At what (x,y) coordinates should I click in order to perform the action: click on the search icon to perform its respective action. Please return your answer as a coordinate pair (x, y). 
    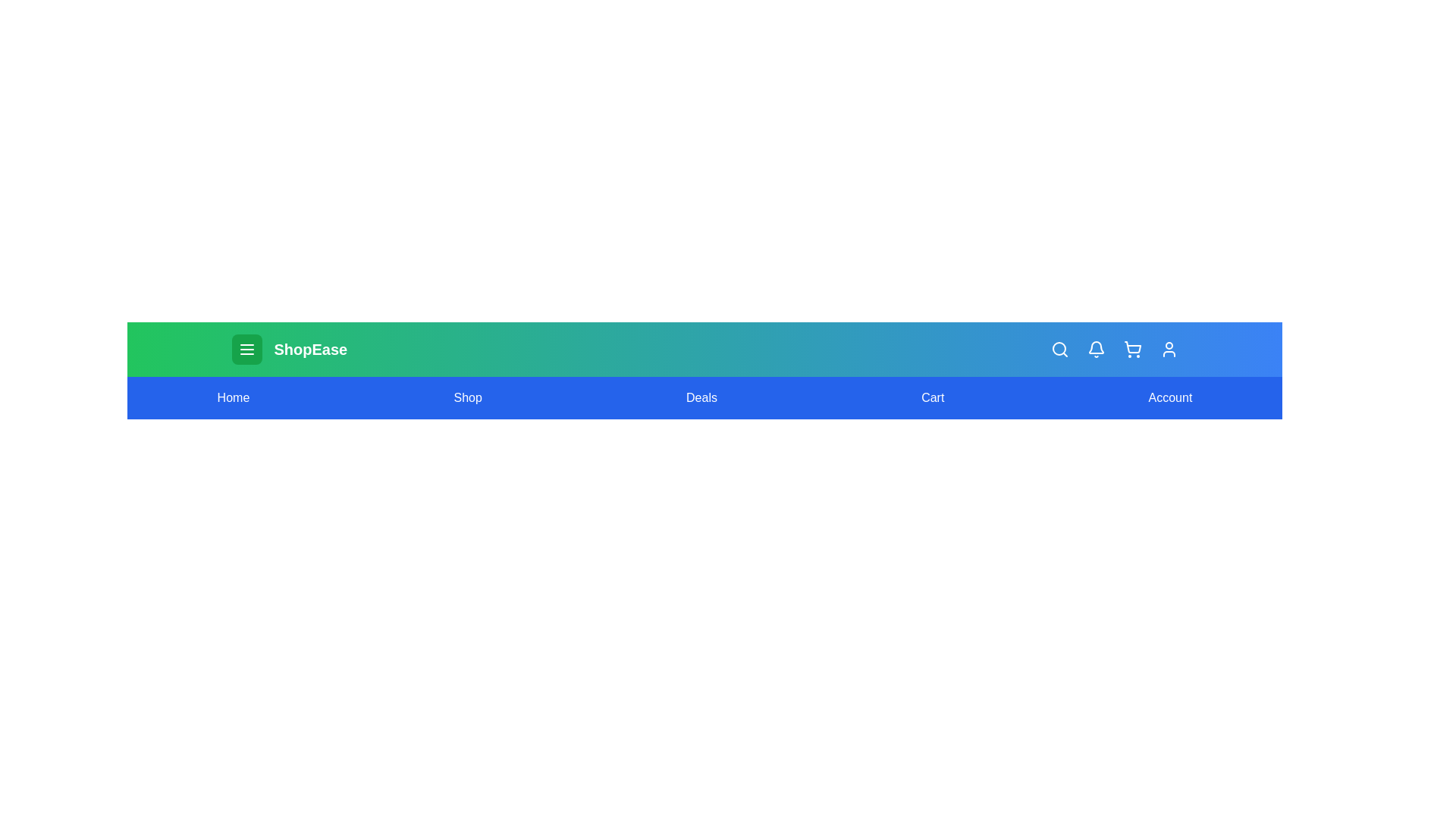
    Looking at the image, I should click on (1059, 350).